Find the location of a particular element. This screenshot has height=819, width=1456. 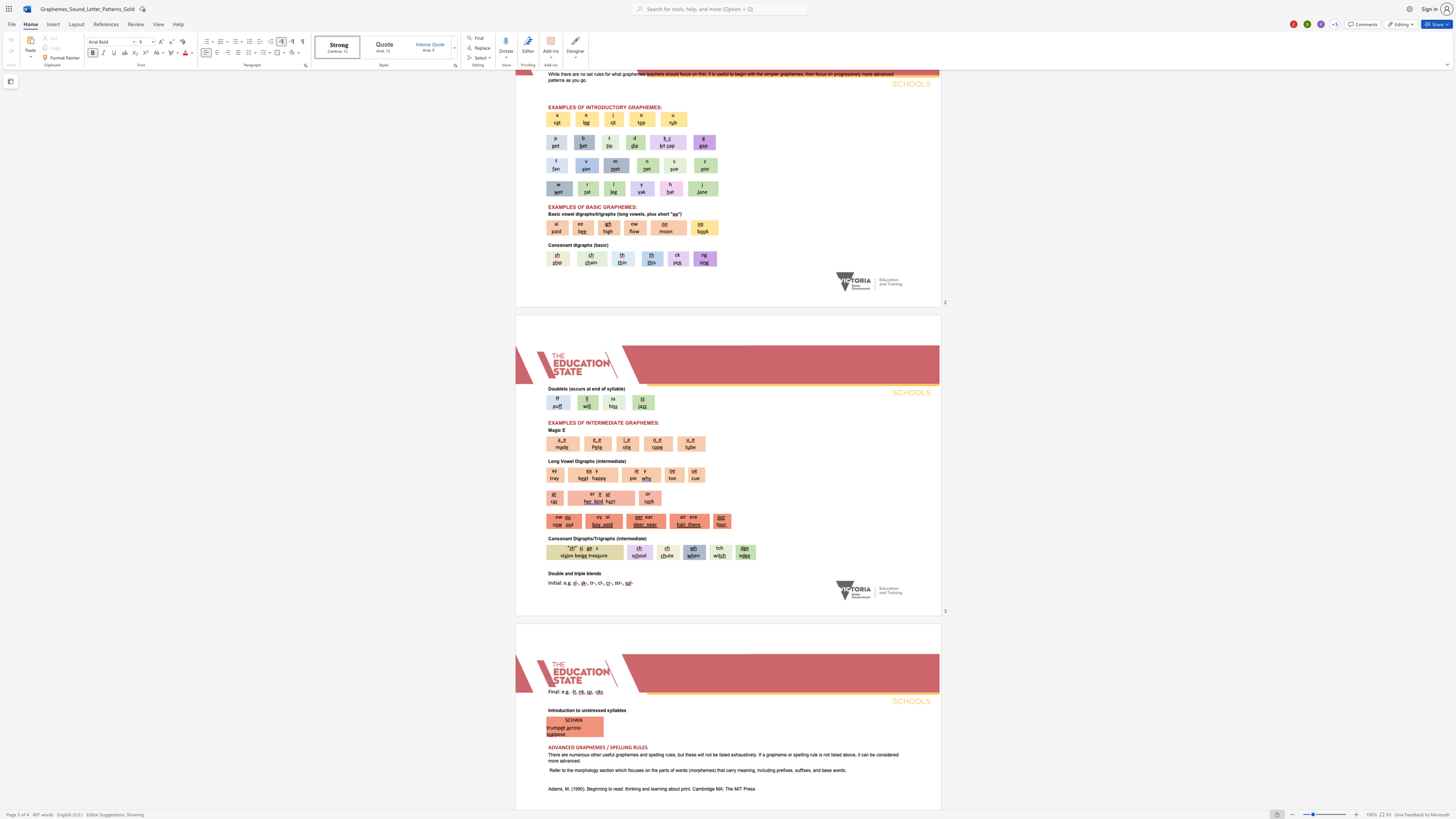

the 2th character "e" in the text is located at coordinates (696, 517).